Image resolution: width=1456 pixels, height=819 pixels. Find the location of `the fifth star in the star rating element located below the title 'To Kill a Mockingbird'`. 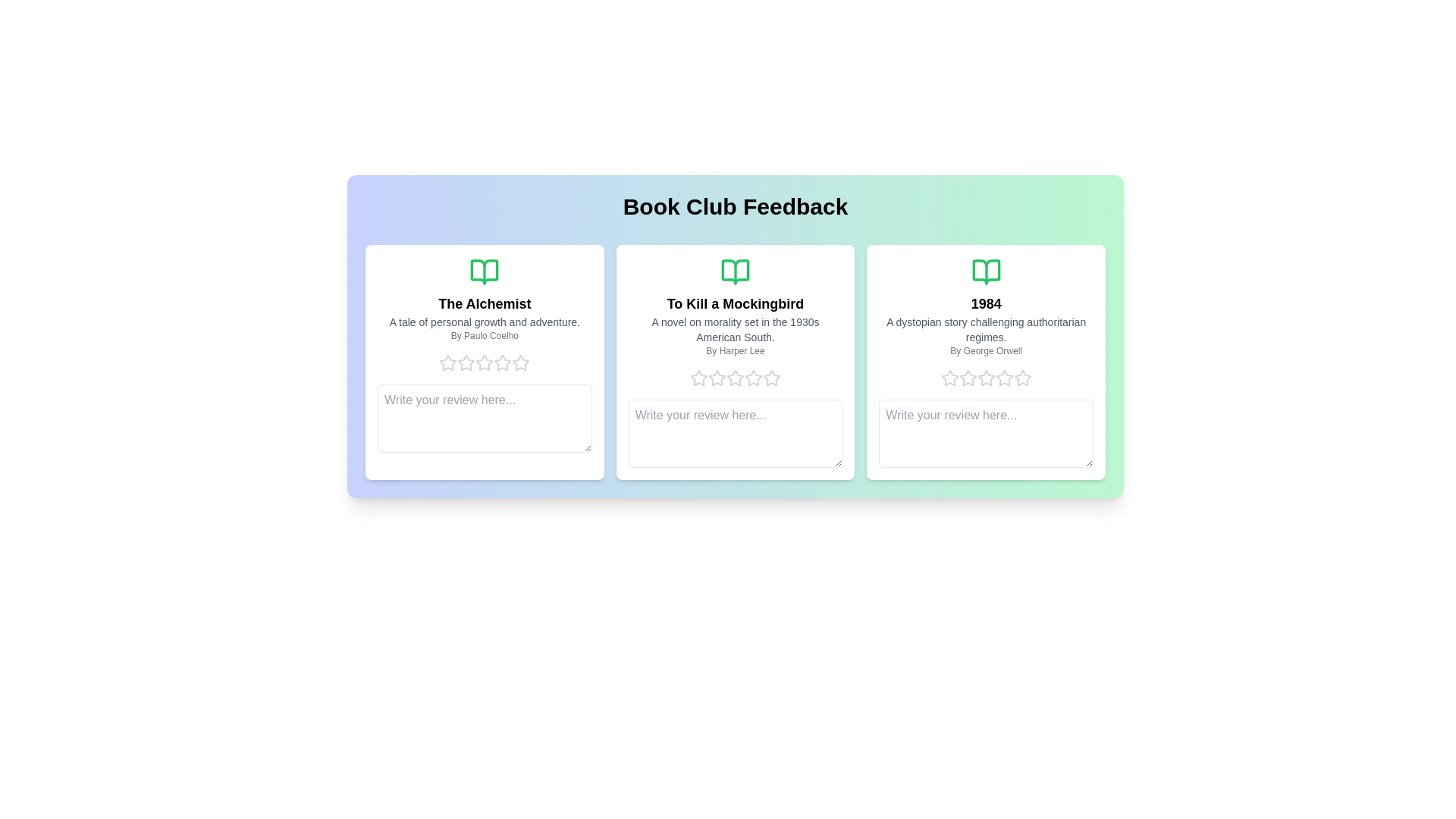

the fifth star in the star rating element located below the title 'To Kill a Mockingbird' is located at coordinates (753, 377).